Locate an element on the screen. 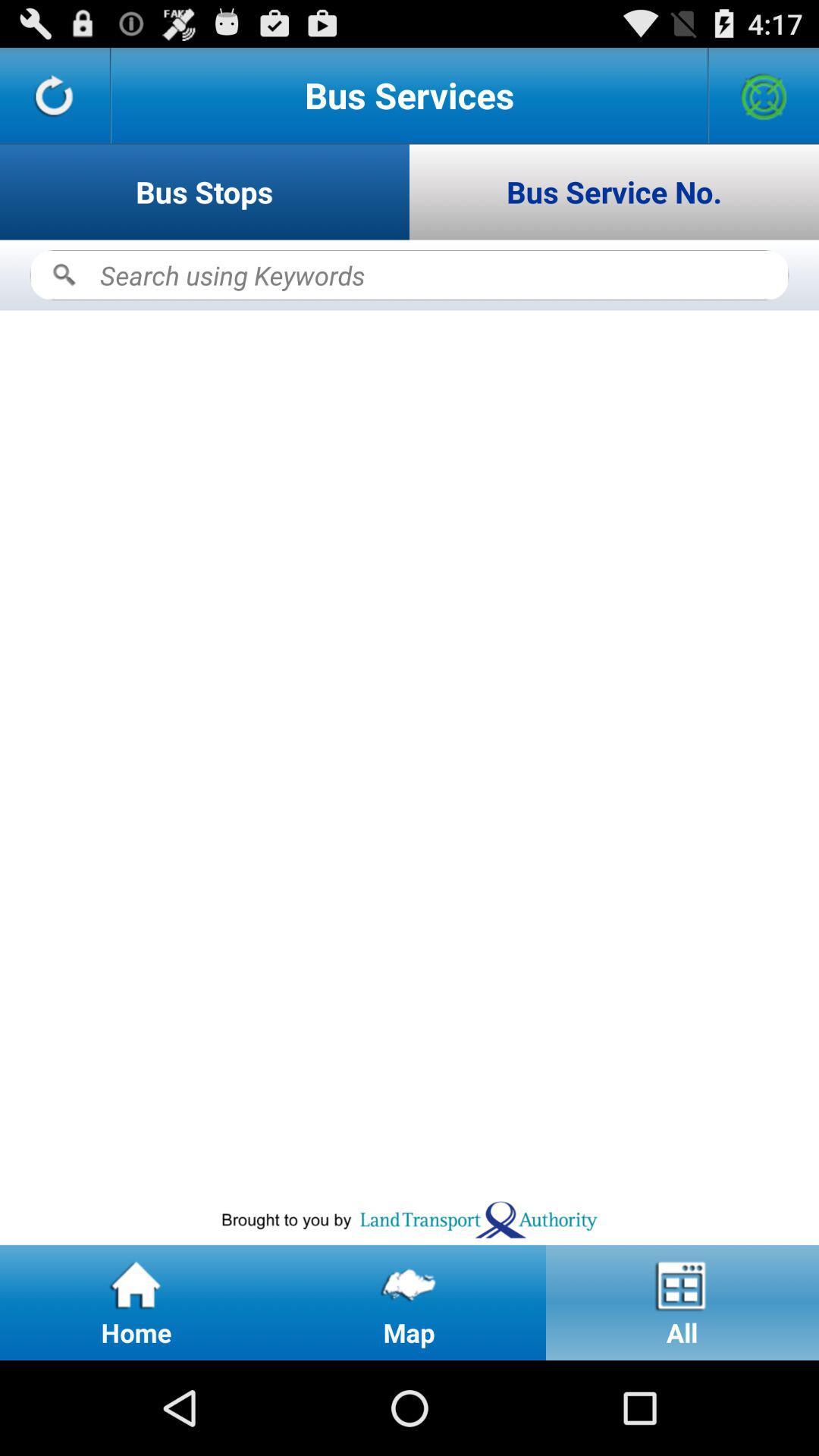 This screenshot has width=819, height=1456. the location_crosshair icon is located at coordinates (764, 101).